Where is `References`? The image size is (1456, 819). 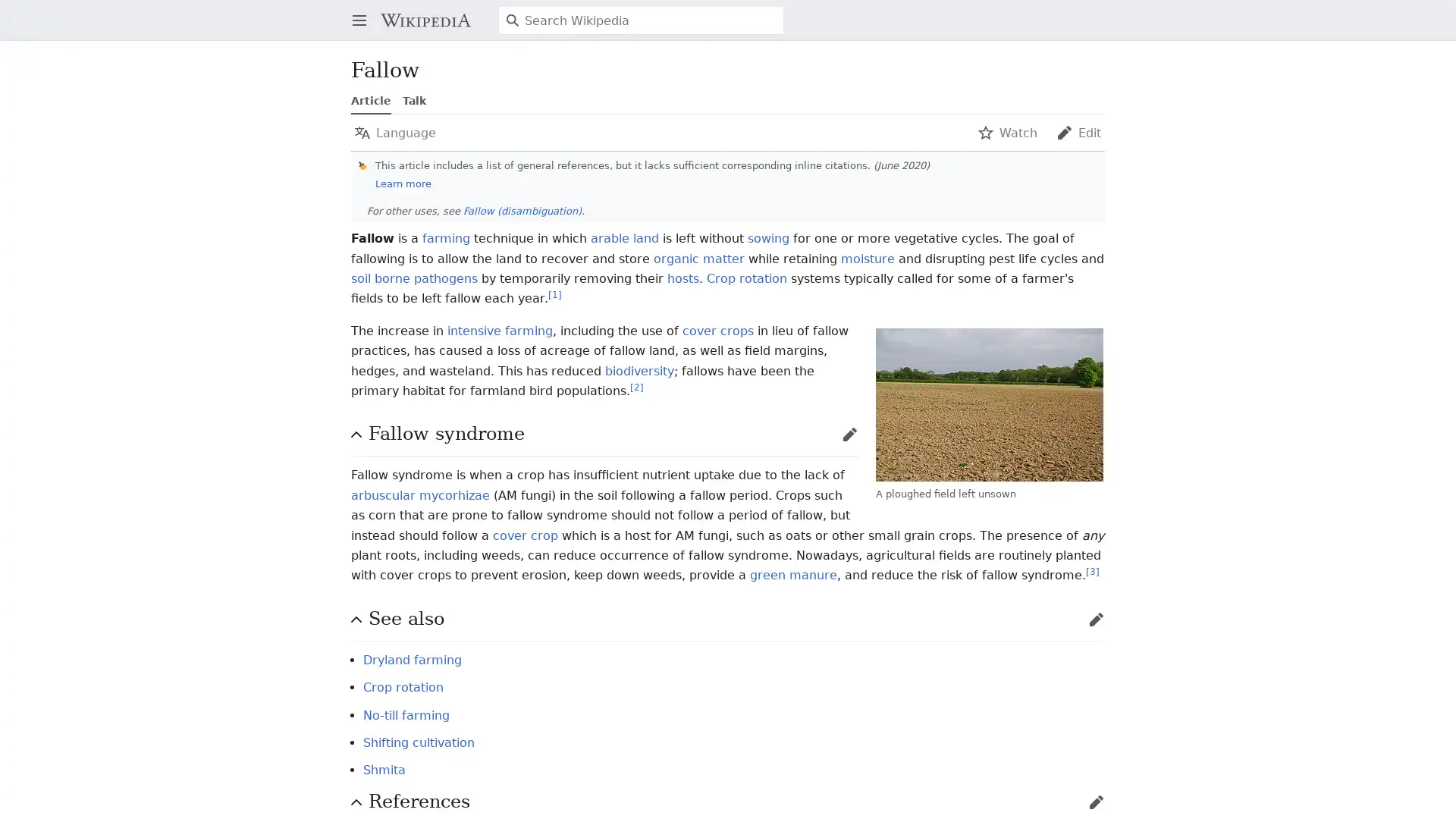 References is located at coordinates (723, 800).